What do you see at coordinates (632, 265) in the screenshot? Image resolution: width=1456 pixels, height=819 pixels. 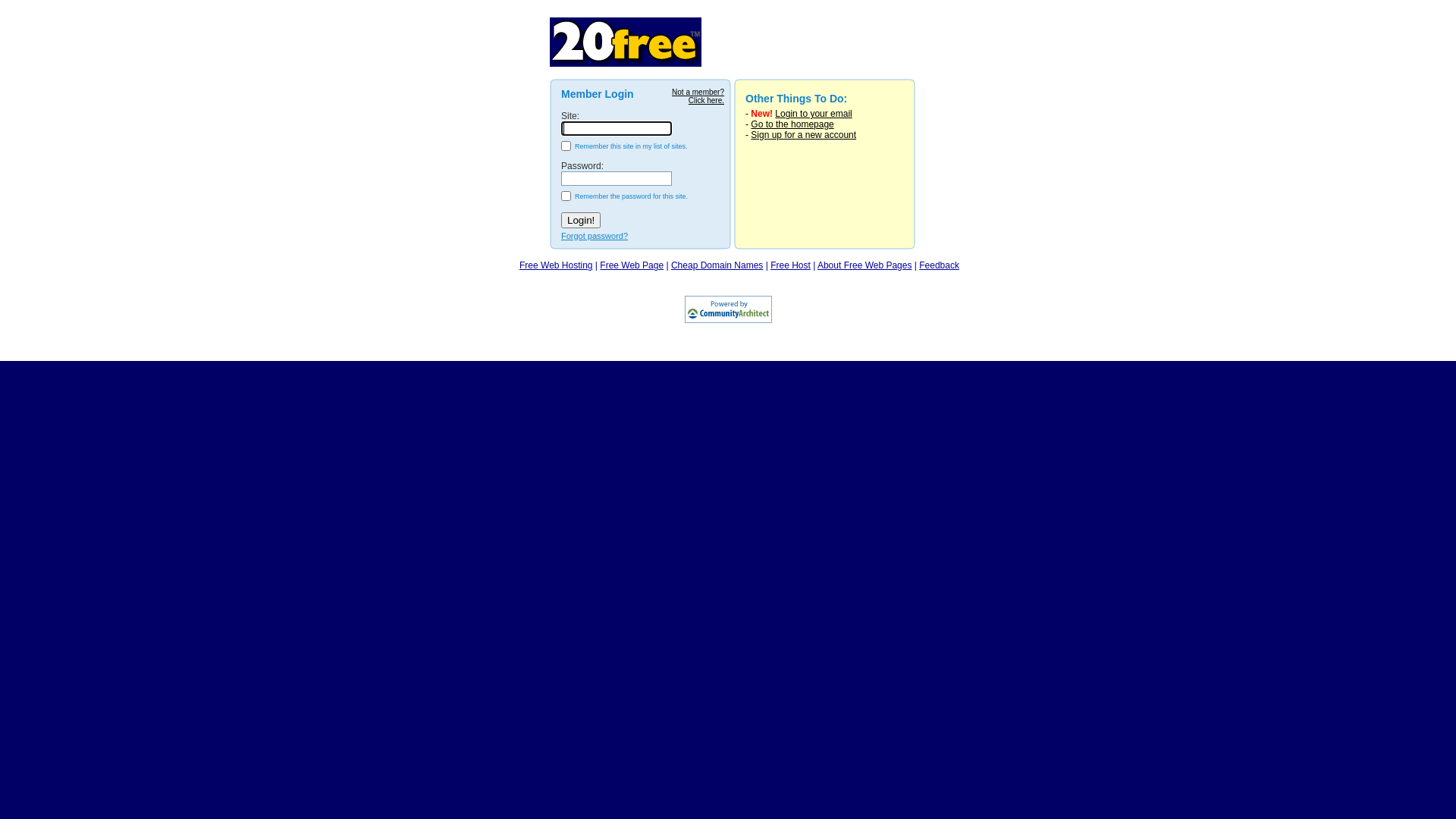 I see `'Free Web Page'` at bounding box center [632, 265].